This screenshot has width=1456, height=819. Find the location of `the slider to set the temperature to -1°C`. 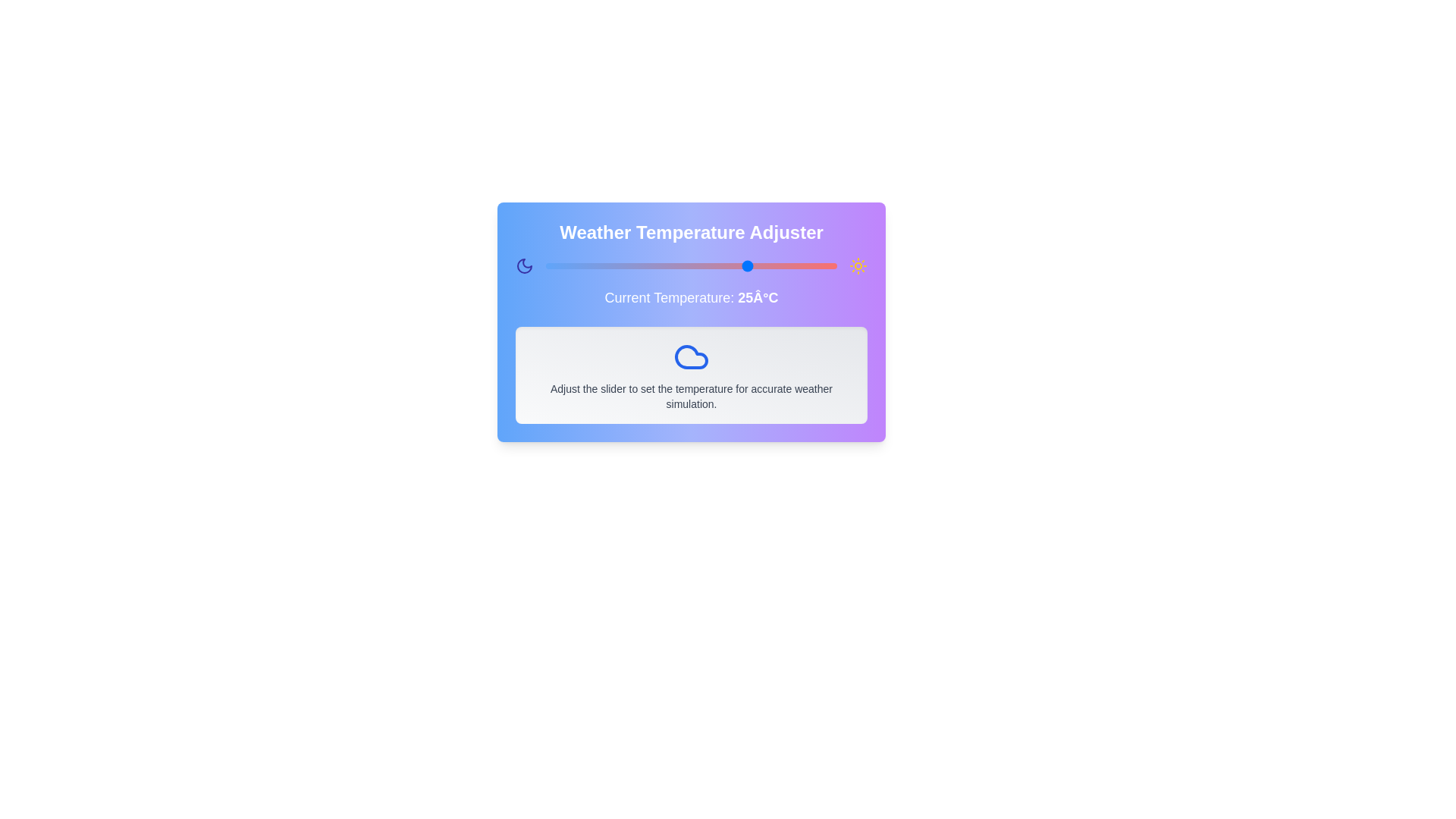

the slider to set the temperature to -1°C is located at coordinates (598, 265).